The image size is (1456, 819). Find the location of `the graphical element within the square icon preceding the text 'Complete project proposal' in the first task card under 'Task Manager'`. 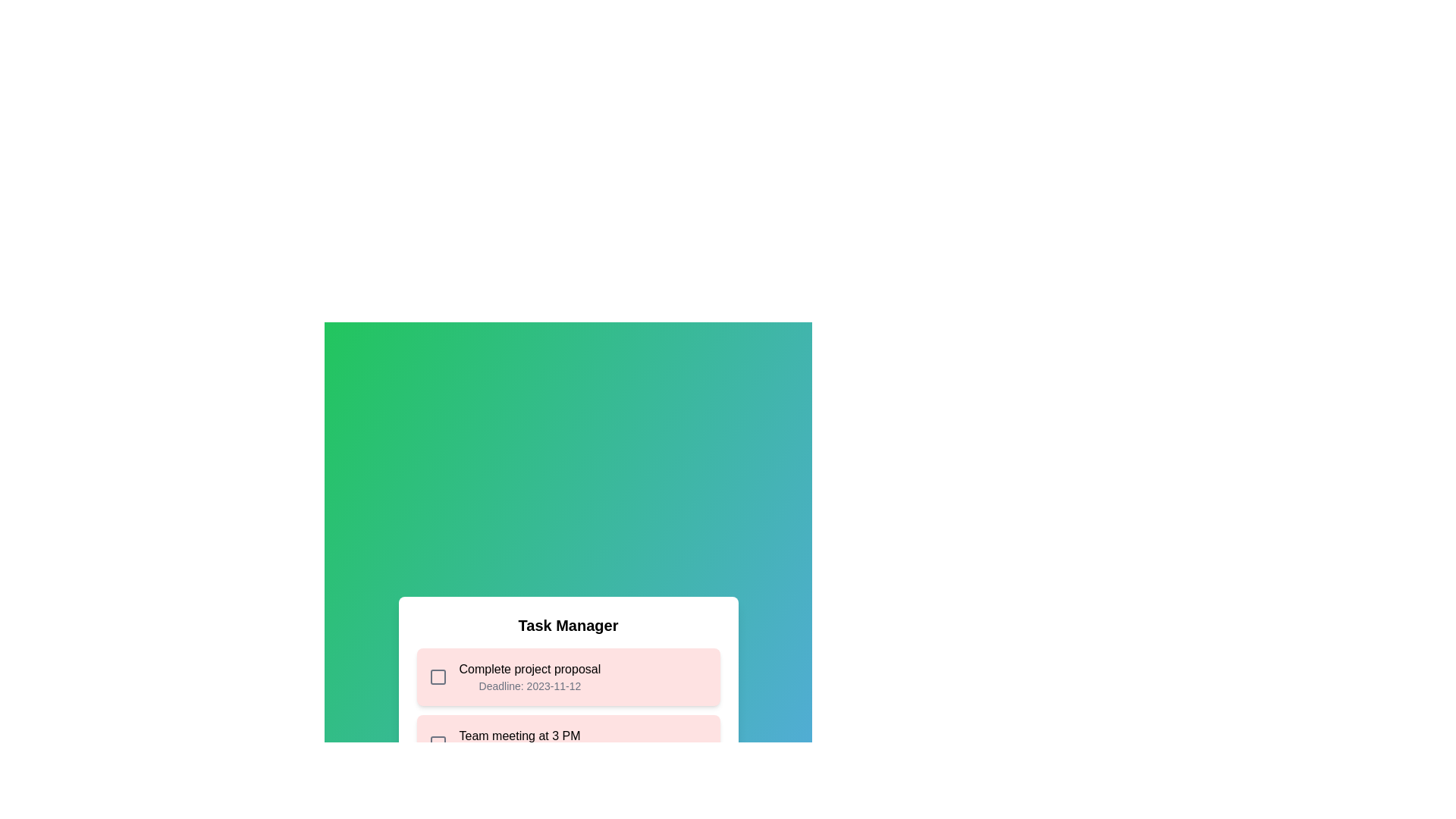

the graphical element within the square icon preceding the text 'Complete project proposal' in the first task card under 'Task Manager' is located at coordinates (437, 676).